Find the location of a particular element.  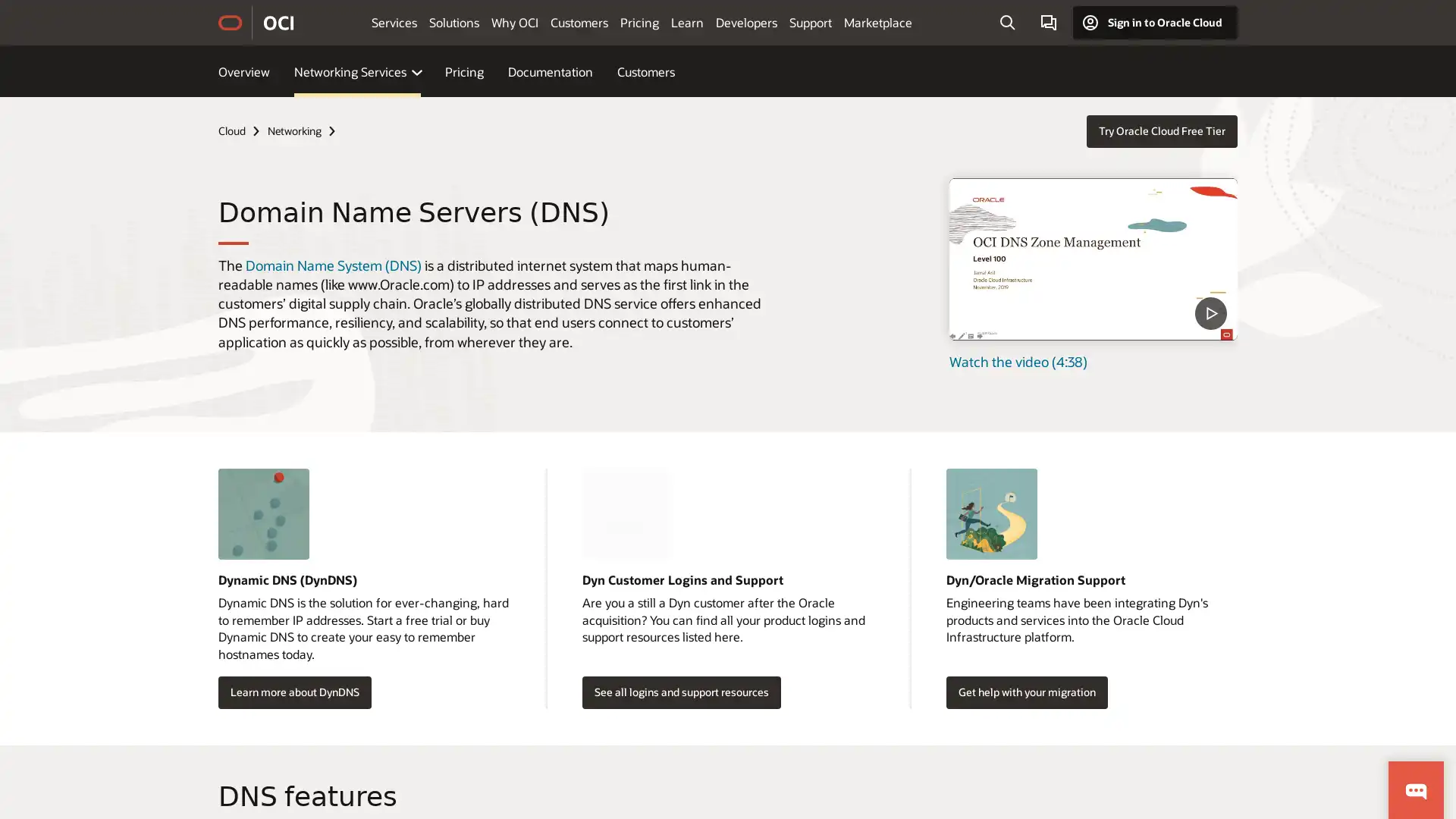

DNS Zone Management - Level 100 - Part 1 - What is DNS video is located at coordinates (1093, 258).